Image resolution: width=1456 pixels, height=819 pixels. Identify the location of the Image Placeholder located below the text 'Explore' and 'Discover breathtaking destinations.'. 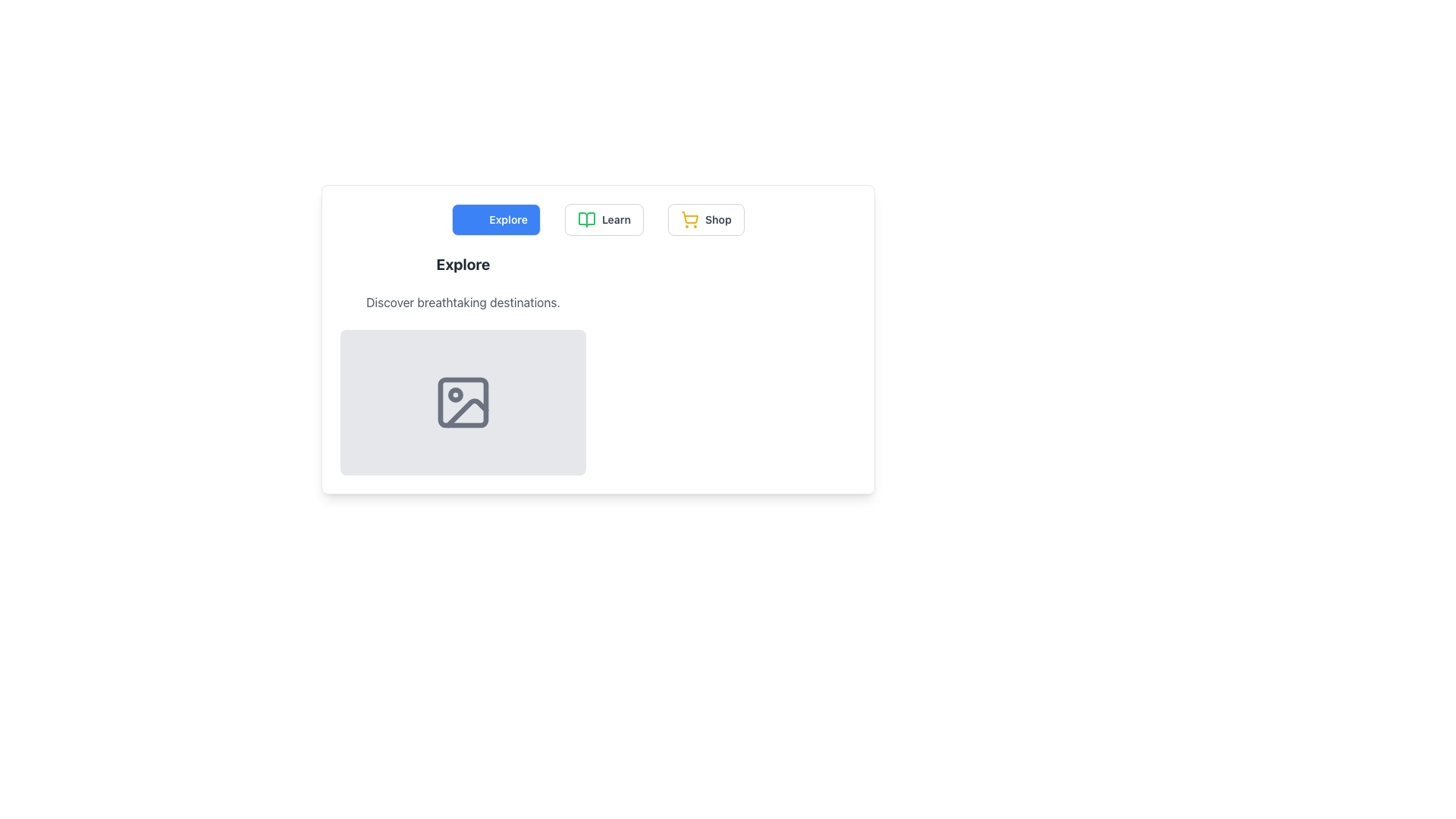
(462, 402).